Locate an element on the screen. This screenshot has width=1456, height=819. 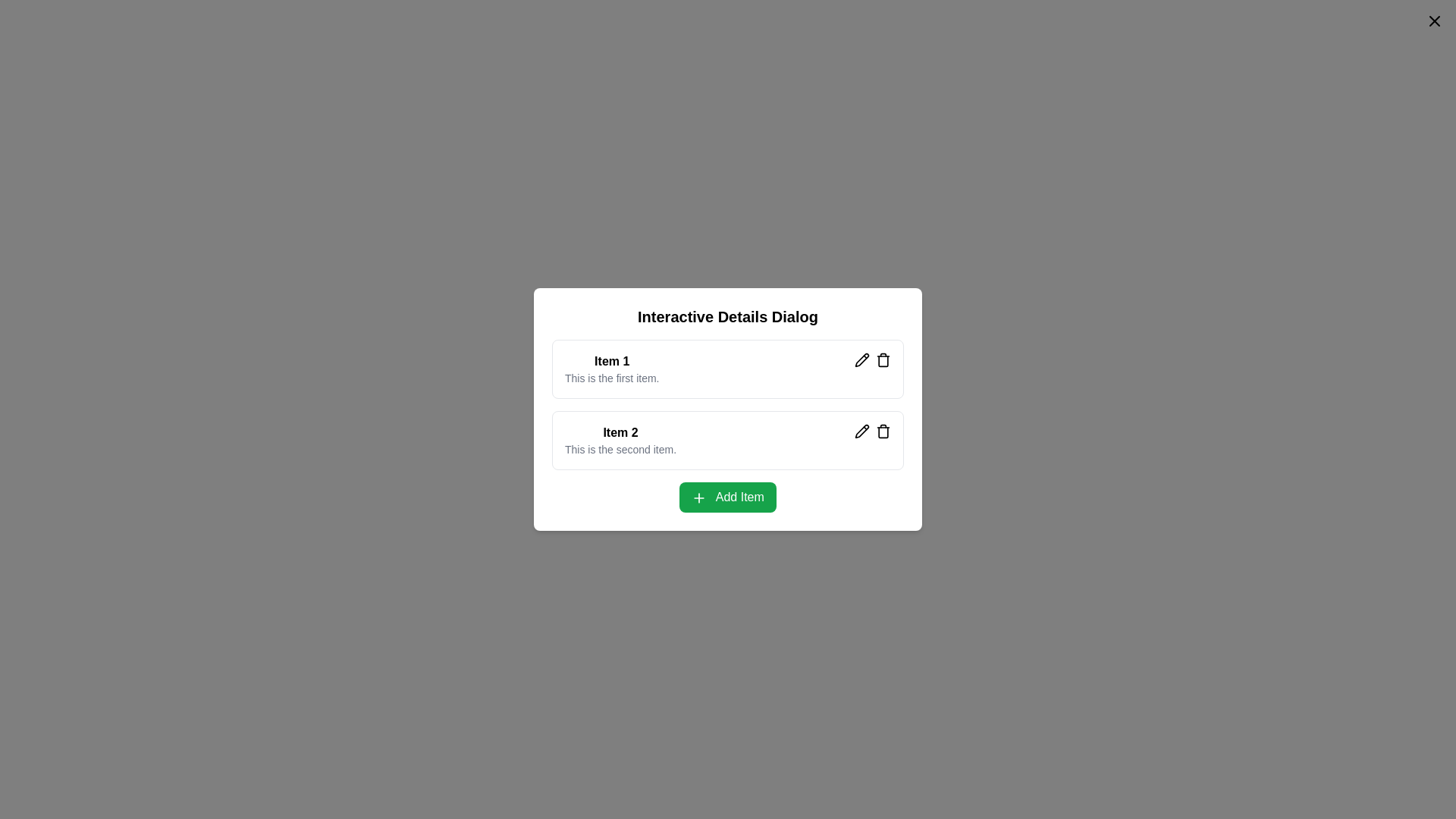
the Icon Button located within the second item of the list is located at coordinates (862, 359).